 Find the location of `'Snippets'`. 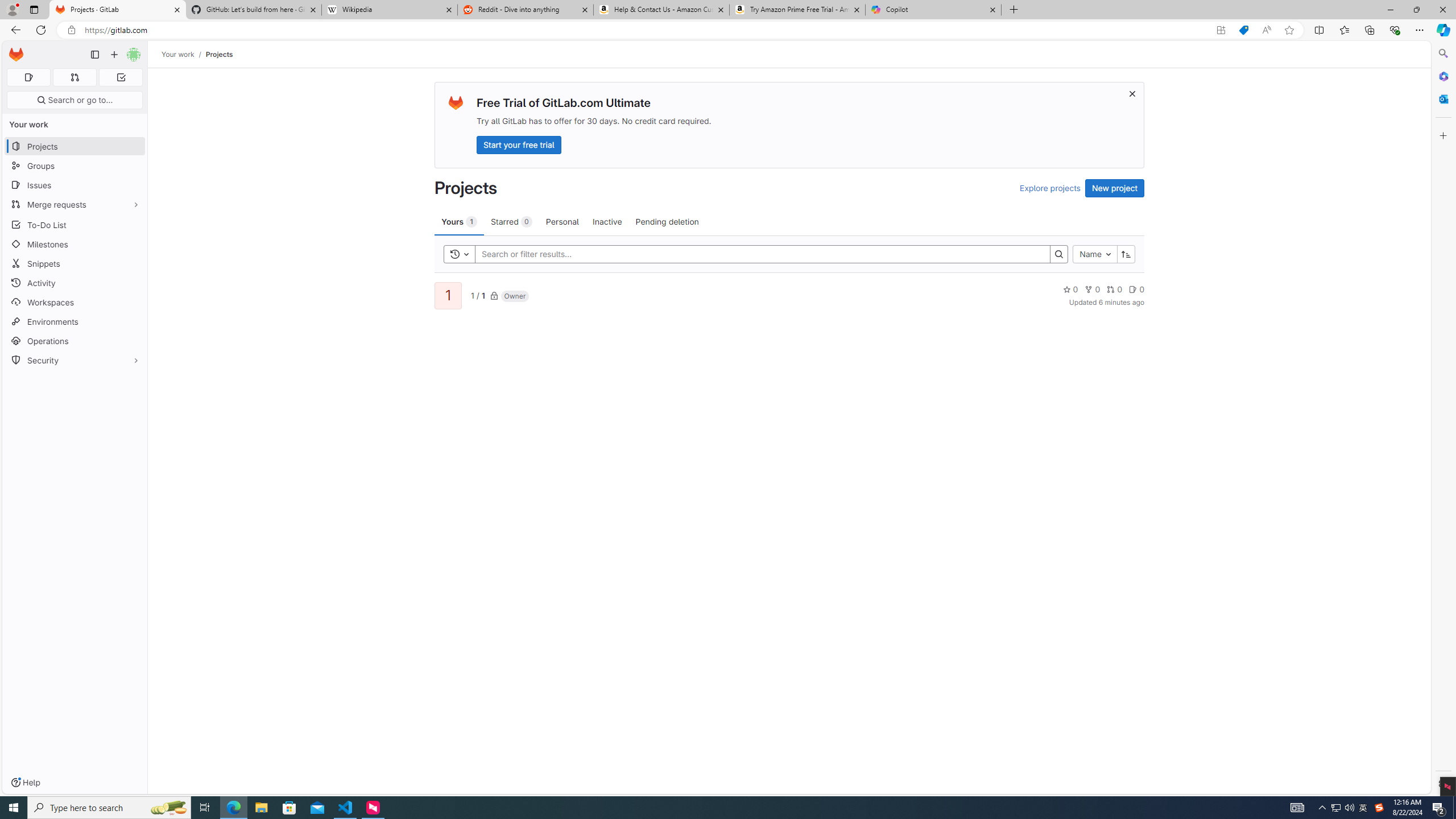

'Snippets' is located at coordinates (74, 263).